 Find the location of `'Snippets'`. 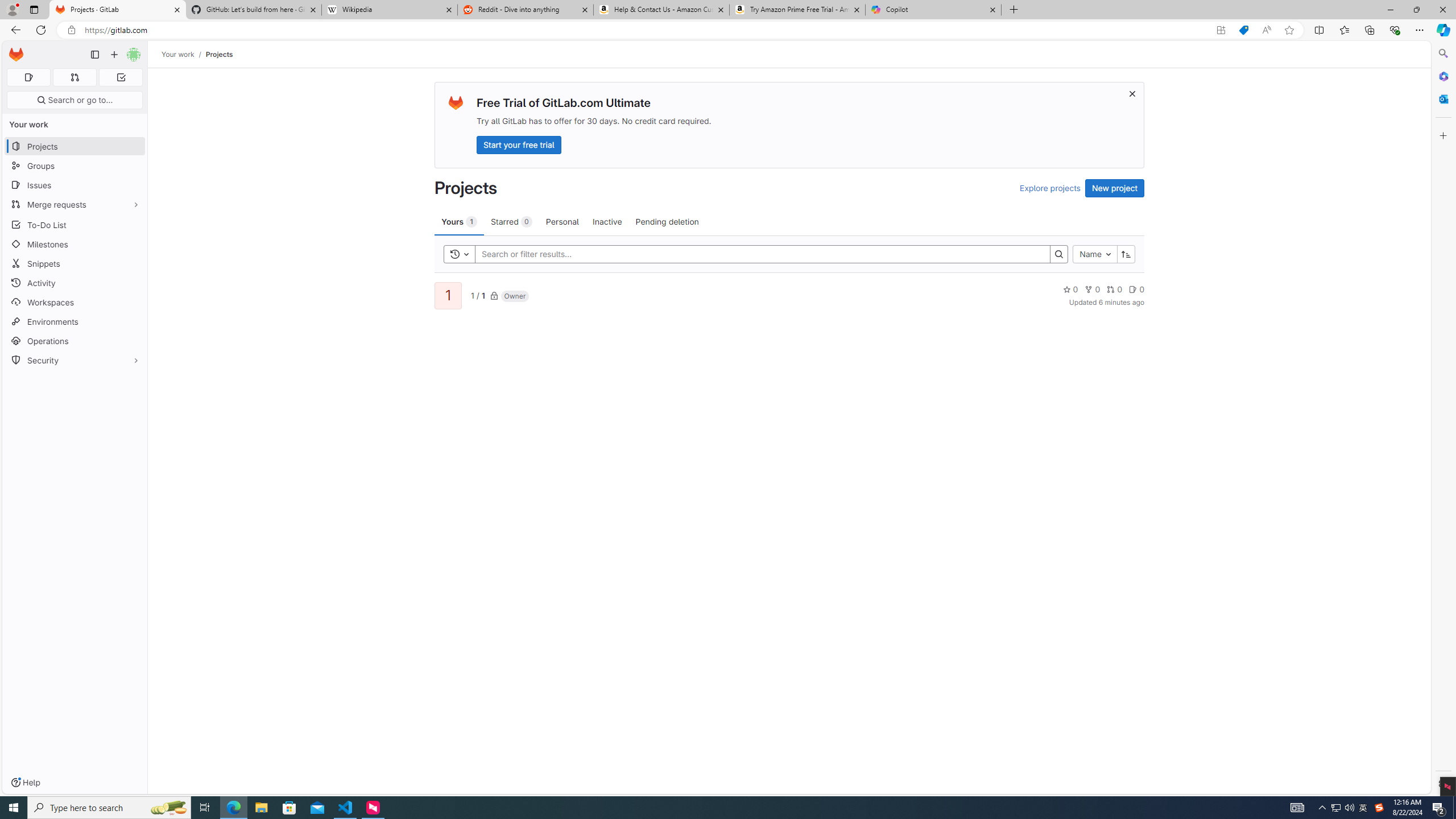

'Snippets' is located at coordinates (74, 263).